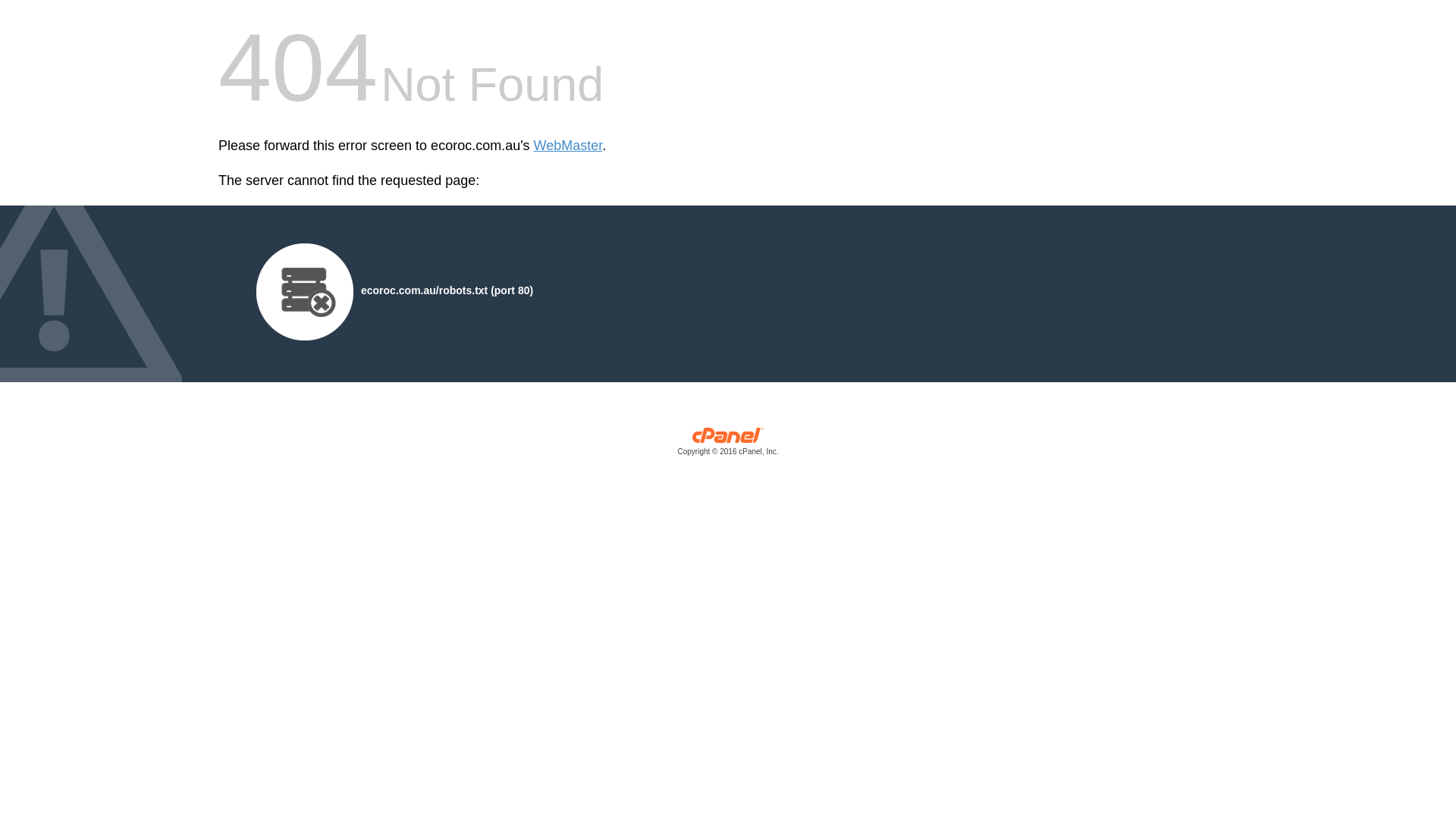  What do you see at coordinates (567, 146) in the screenshot?
I see `'WebMaster'` at bounding box center [567, 146].